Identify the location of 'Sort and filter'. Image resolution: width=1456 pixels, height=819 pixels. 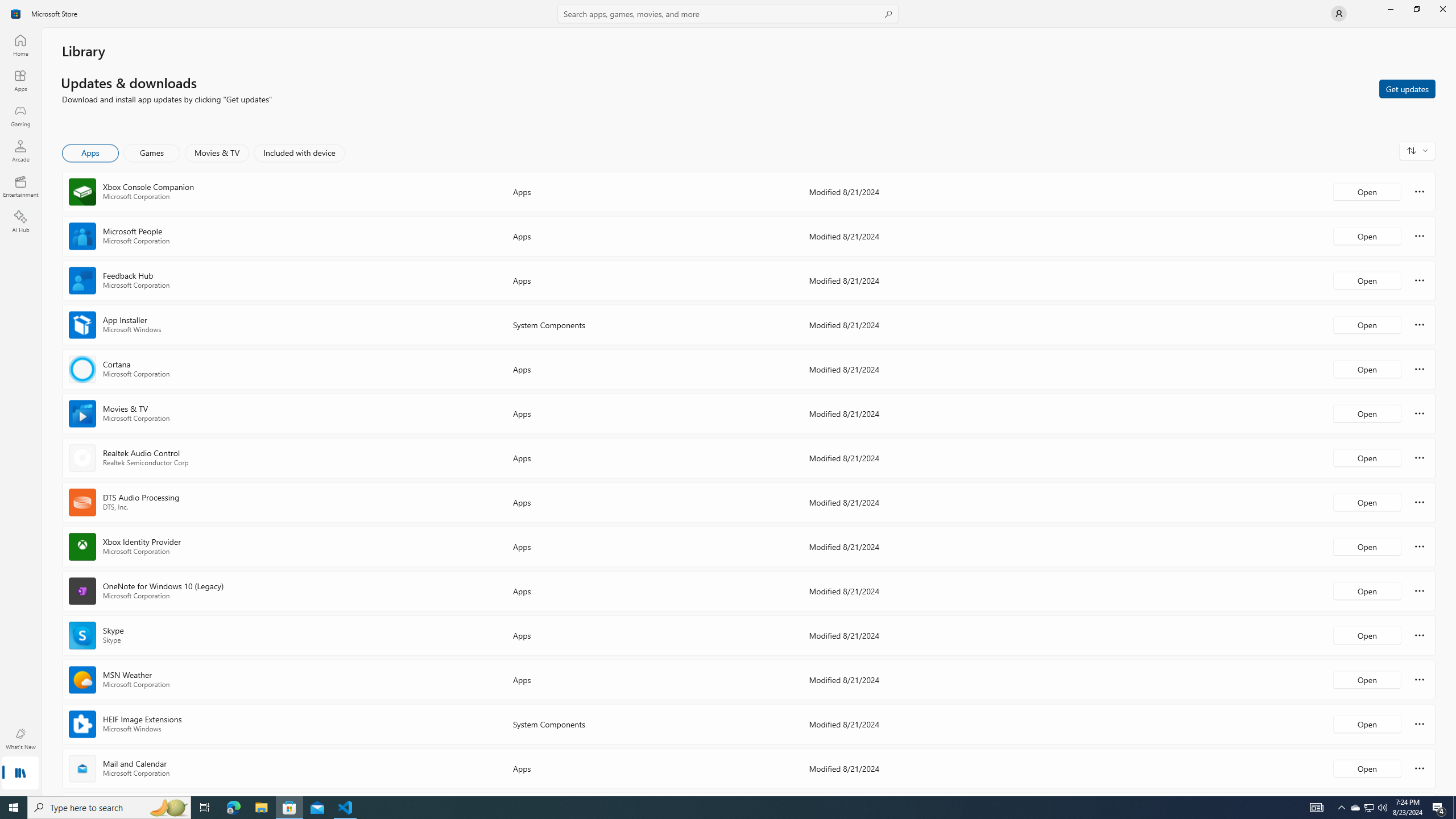
(1417, 150).